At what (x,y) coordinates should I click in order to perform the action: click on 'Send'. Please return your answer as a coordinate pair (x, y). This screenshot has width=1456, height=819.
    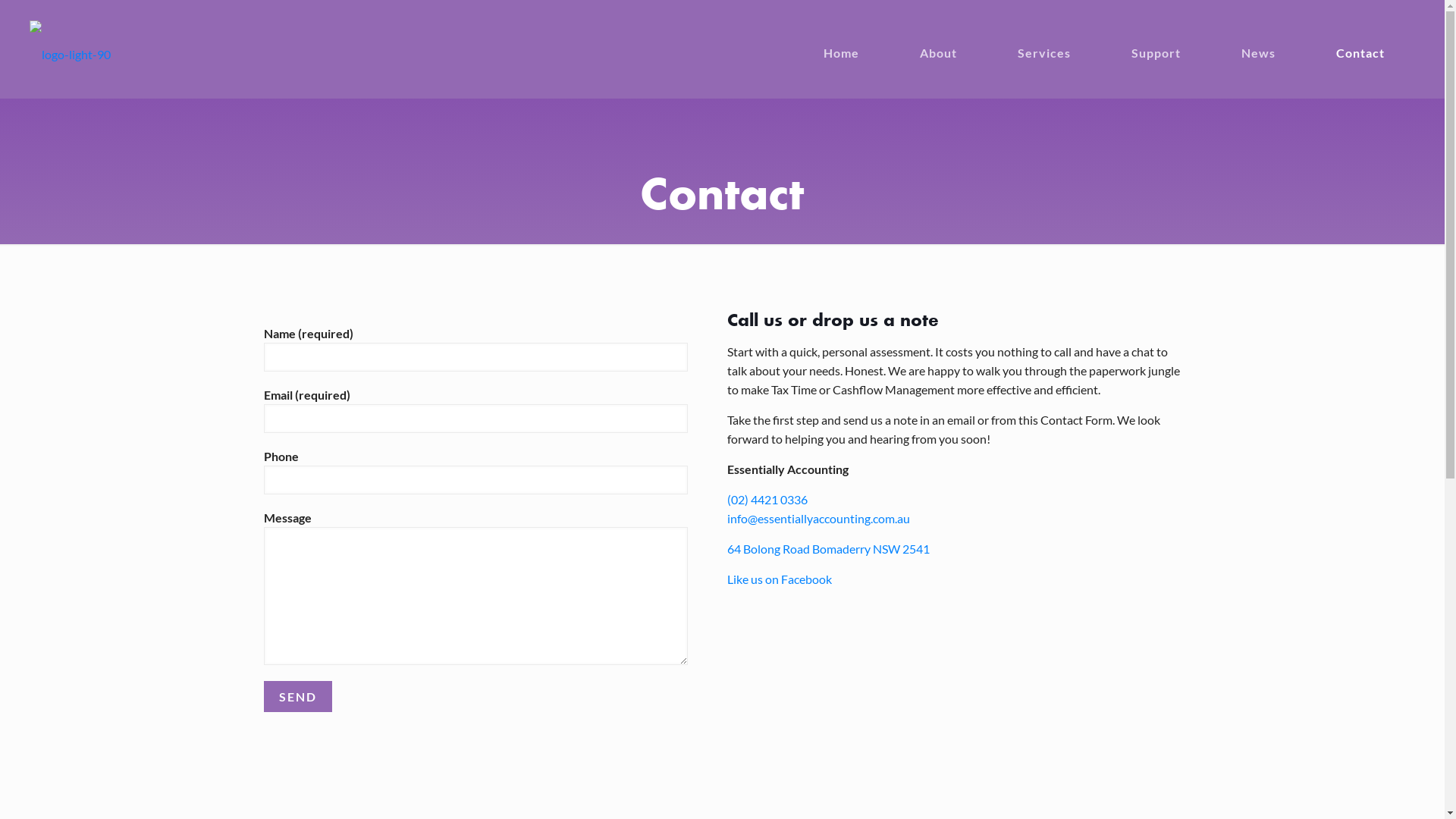
    Looking at the image, I should click on (298, 696).